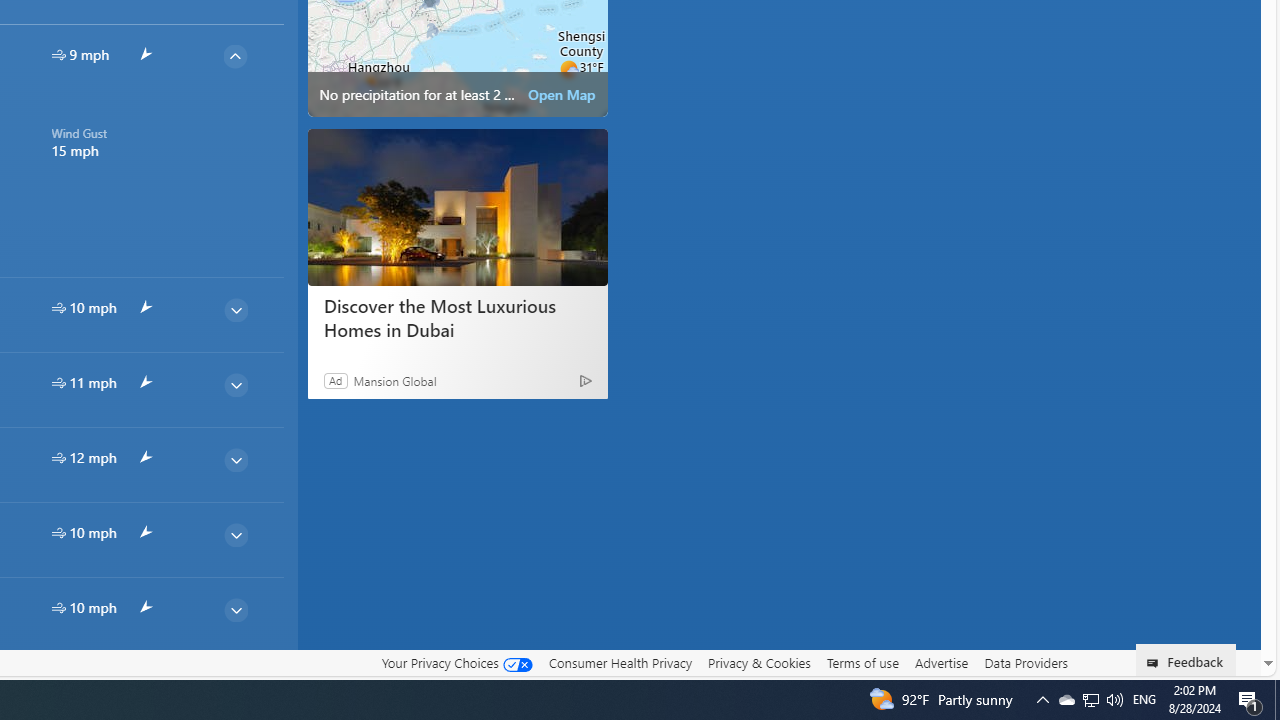  Describe the element at coordinates (1156, 663) in the screenshot. I see `'Class: feedback_link_icon-DS-EntryPoint1-1'` at that location.